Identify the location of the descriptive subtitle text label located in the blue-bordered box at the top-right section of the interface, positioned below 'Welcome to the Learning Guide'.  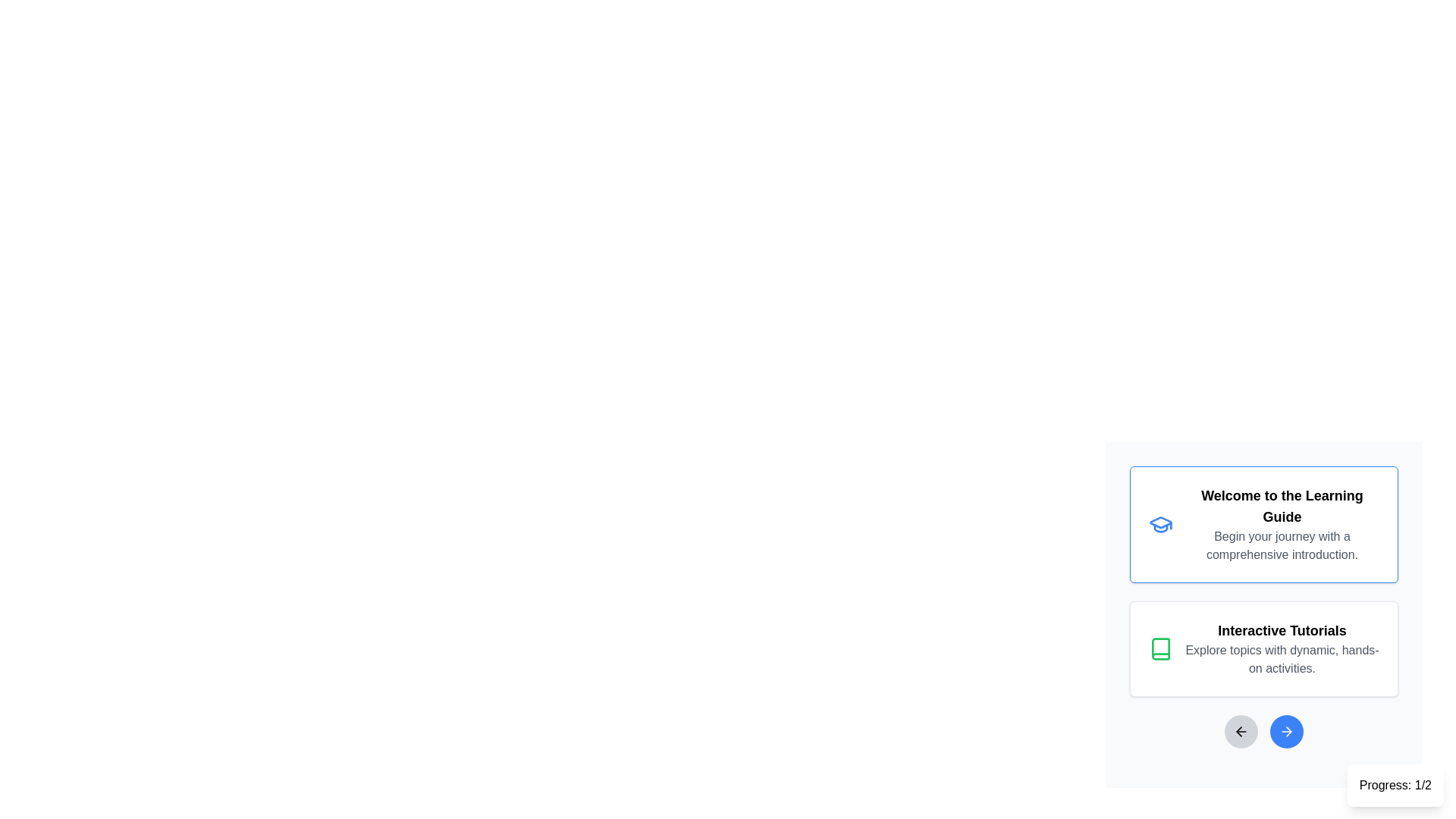
(1281, 546).